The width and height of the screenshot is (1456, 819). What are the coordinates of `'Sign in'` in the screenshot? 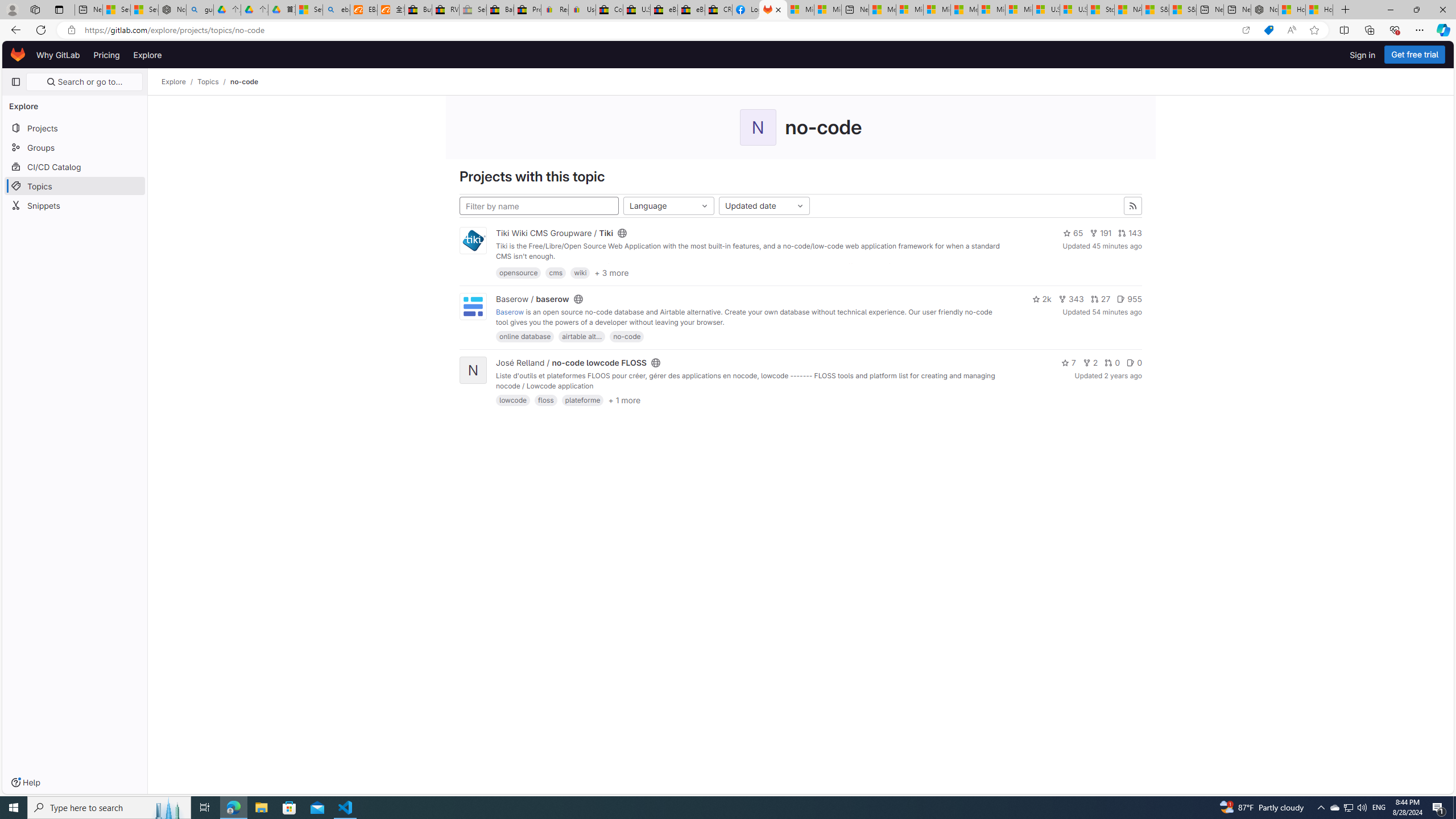 It's located at (1363, 54).